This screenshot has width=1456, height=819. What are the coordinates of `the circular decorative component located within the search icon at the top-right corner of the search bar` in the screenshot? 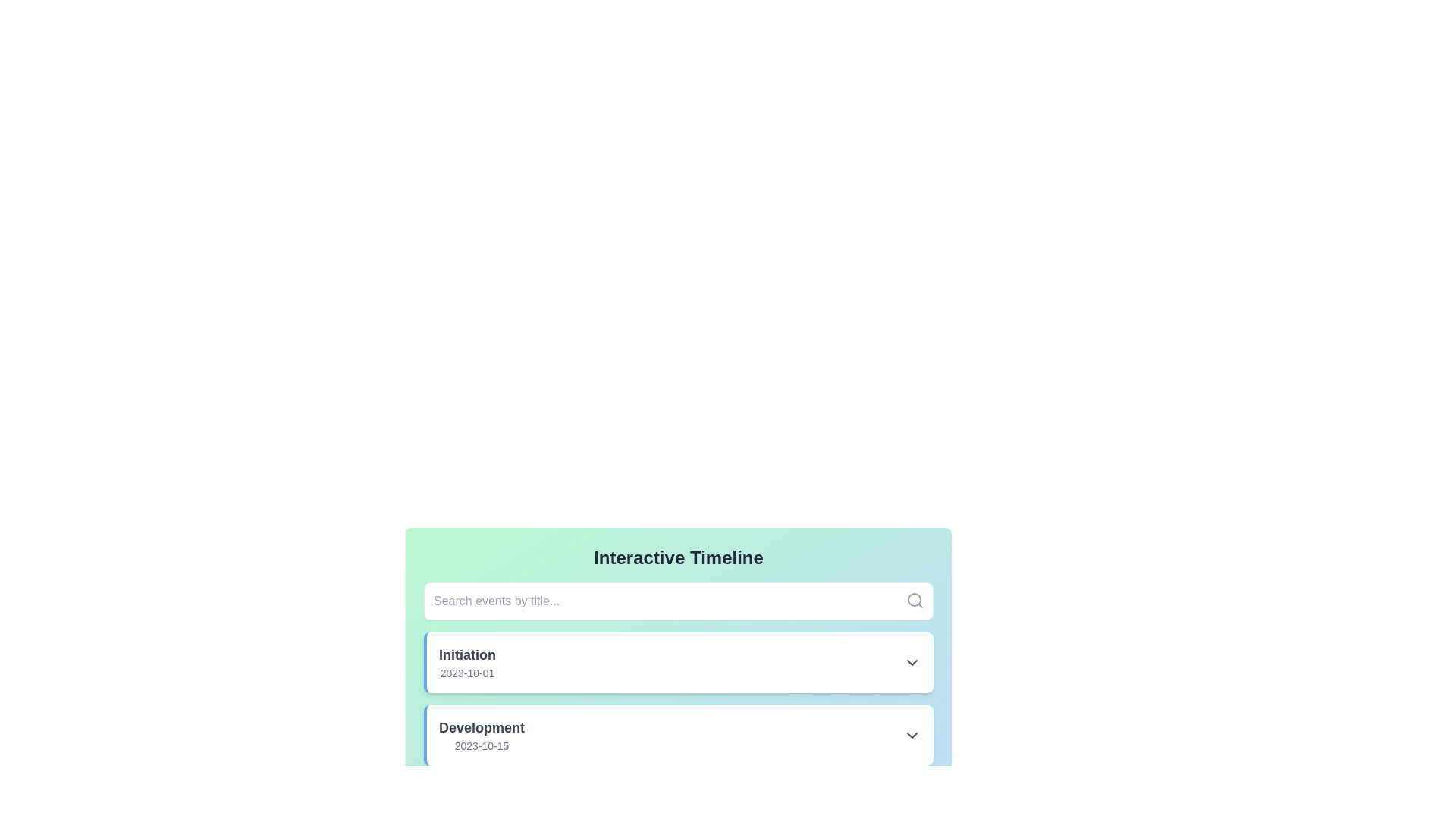 It's located at (913, 598).